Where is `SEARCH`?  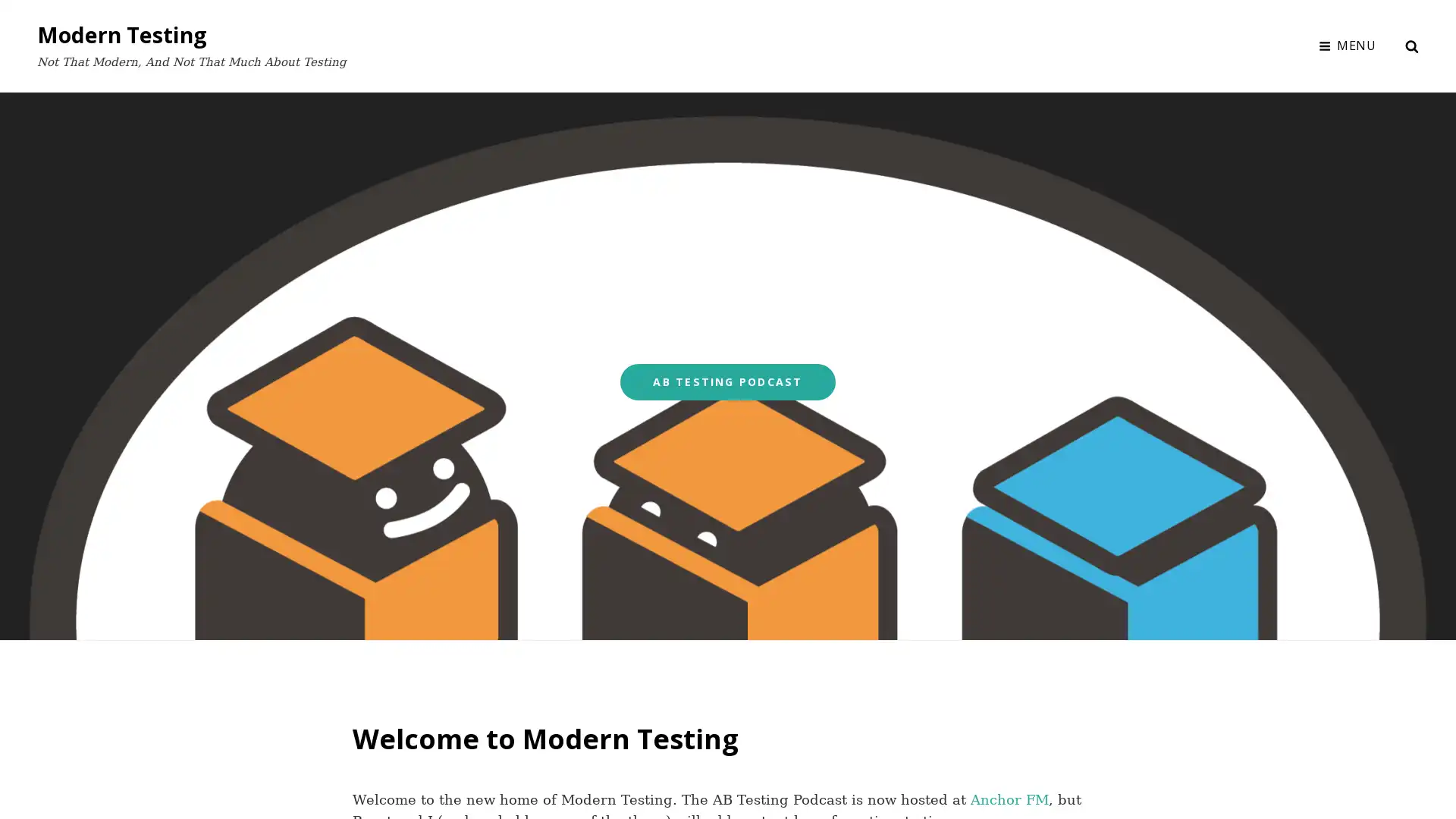
SEARCH is located at coordinates (1411, 45).